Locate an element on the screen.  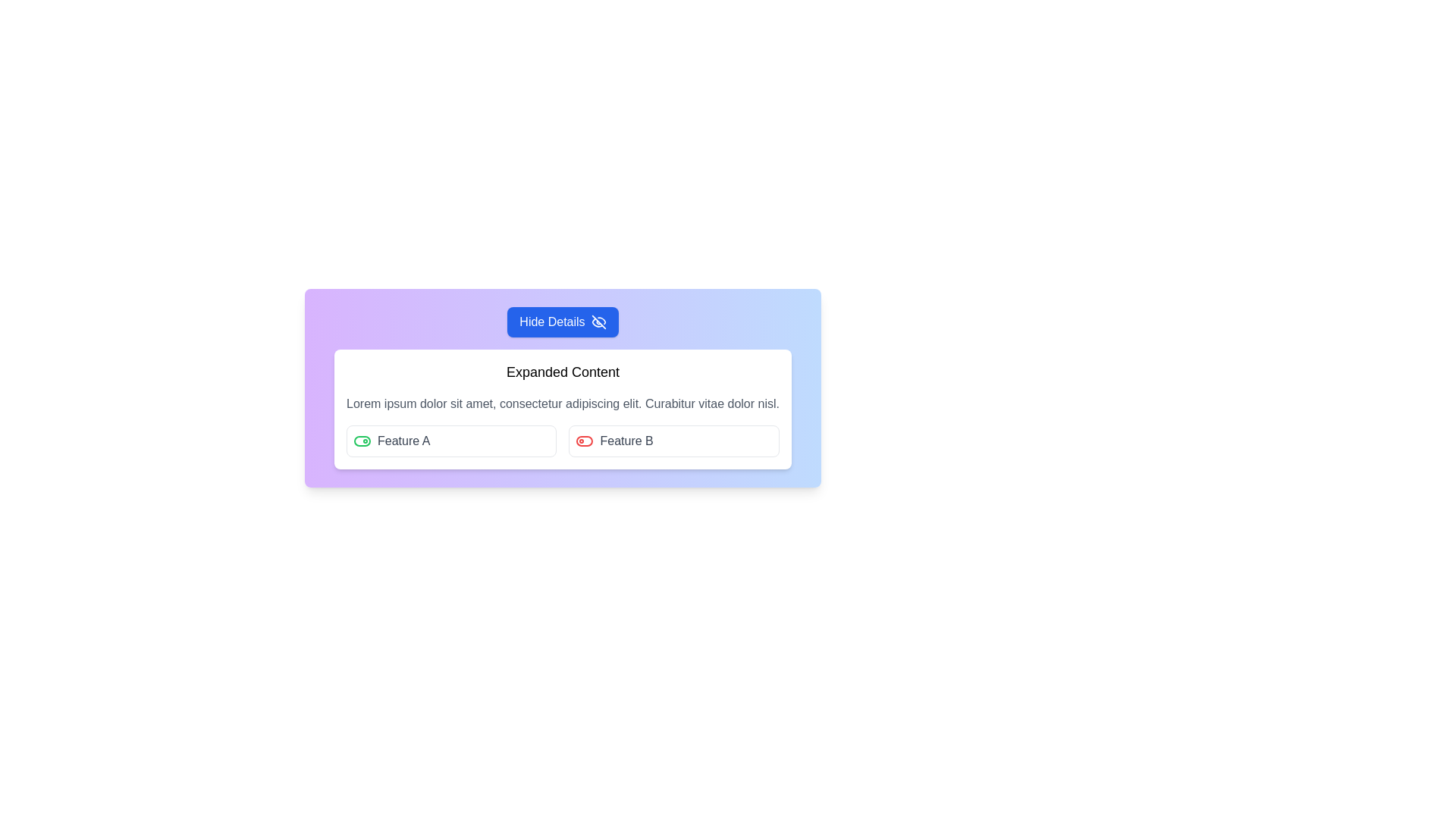
the icon located to the right of the 'Hide Details' text is located at coordinates (598, 321).